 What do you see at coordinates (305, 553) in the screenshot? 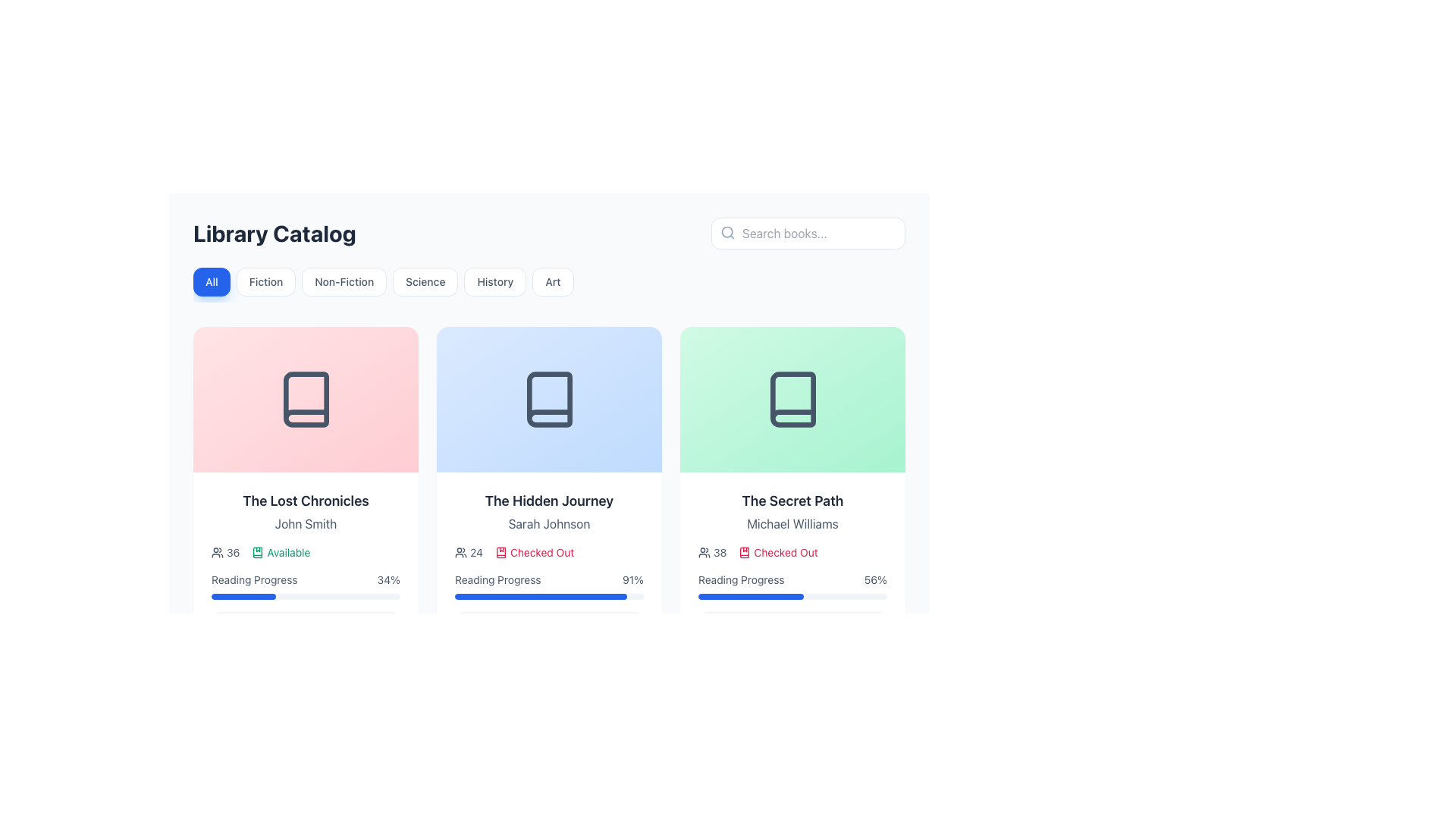
I see `the text label displaying the availability of 36 copies of 'The Lost Chronicles' by John Smith, located in the center of the book card, above the reading progress label` at bounding box center [305, 553].